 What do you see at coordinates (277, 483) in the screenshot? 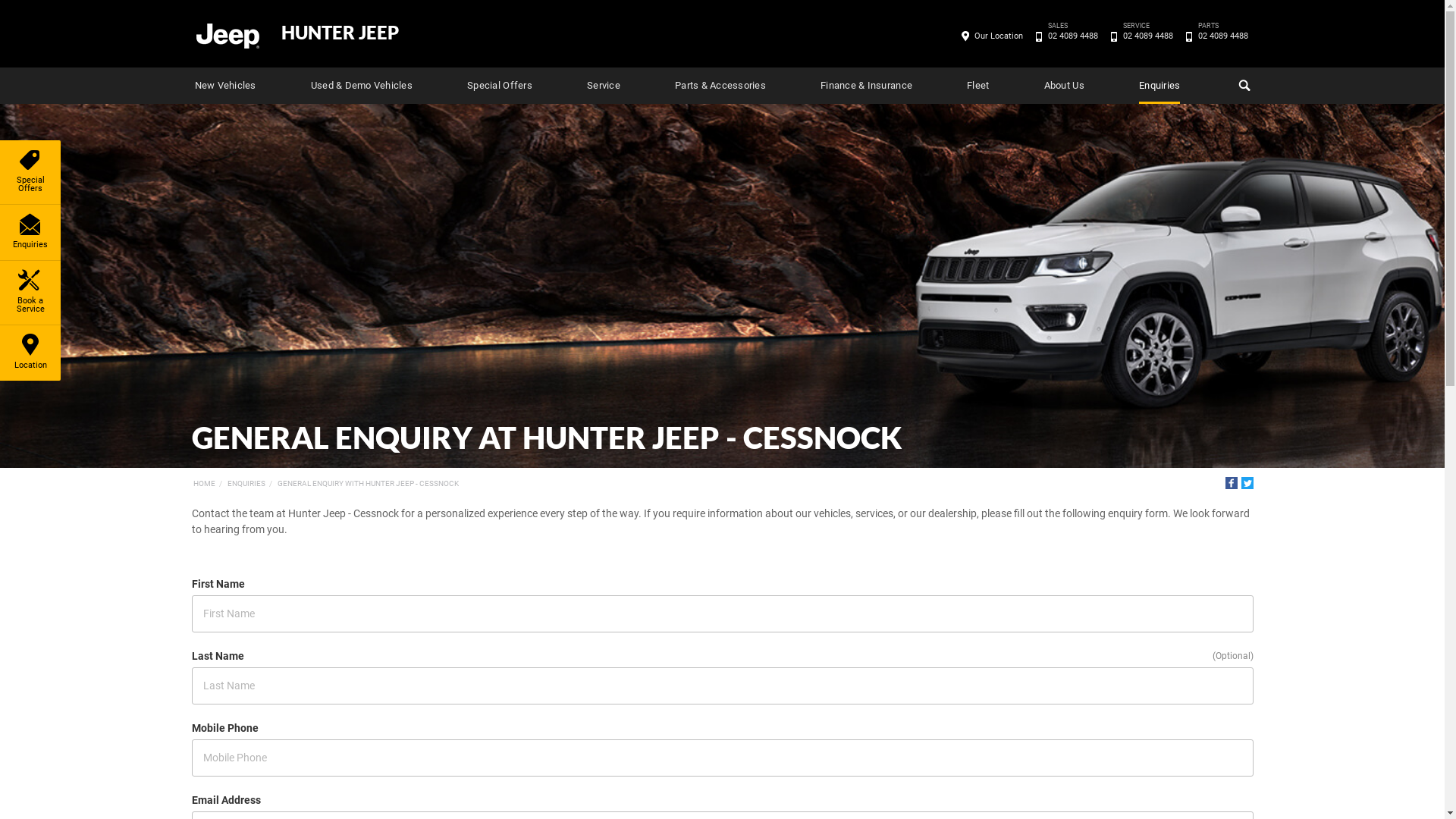
I see `'GENERAL ENQUIRY WITH HUNTER JEEP - CESSNOCK'` at bounding box center [277, 483].